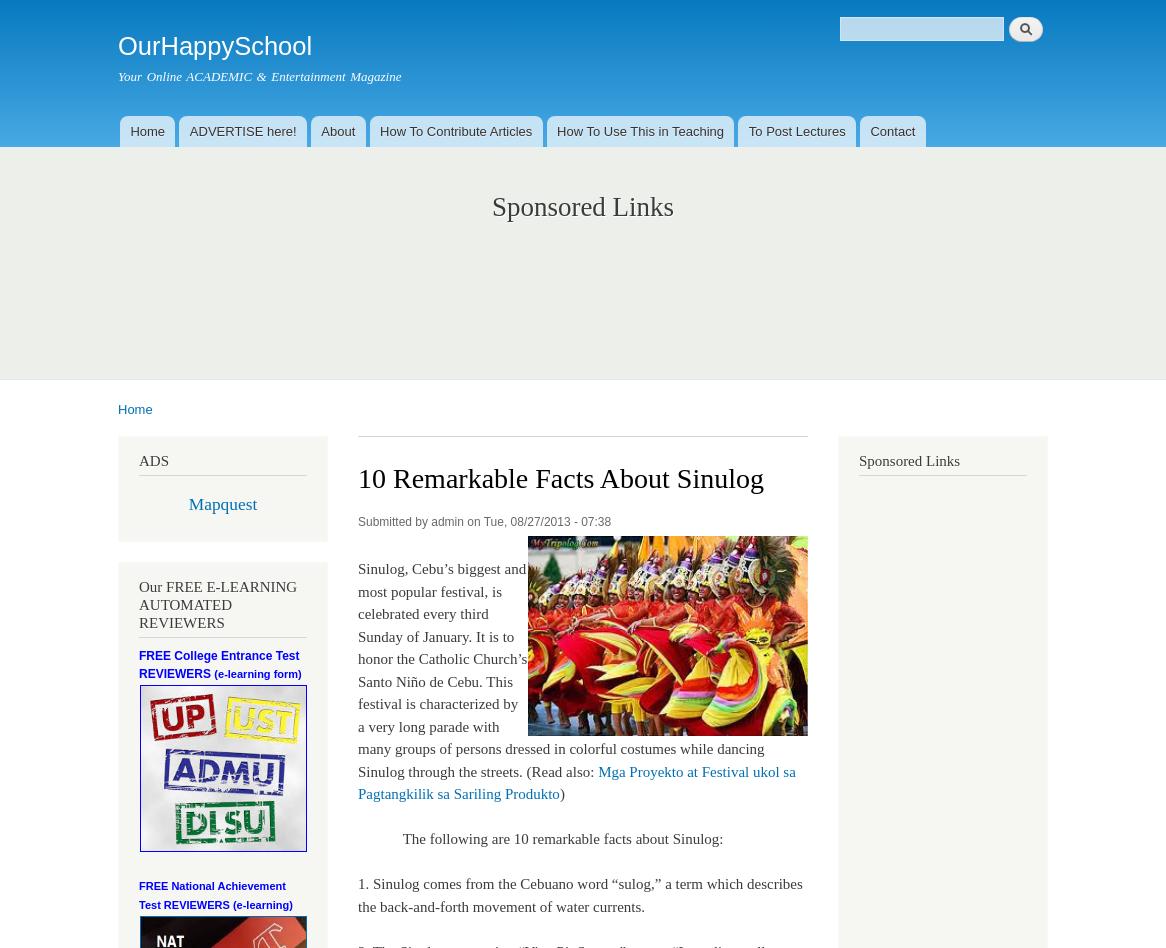  What do you see at coordinates (242, 130) in the screenshot?
I see `'ADVERTISE here!'` at bounding box center [242, 130].